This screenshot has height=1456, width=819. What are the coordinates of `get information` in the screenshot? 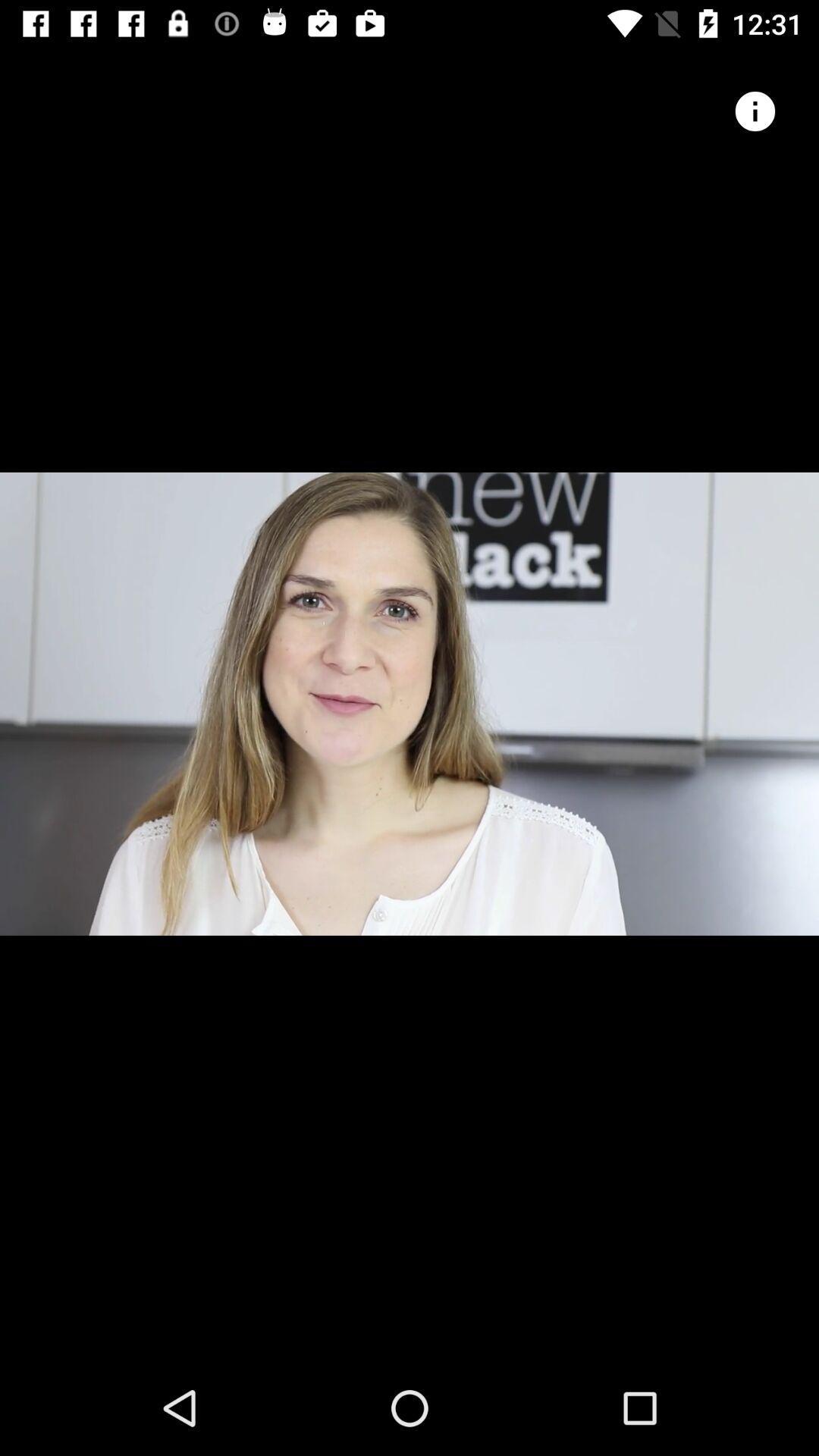 It's located at (755, 111).